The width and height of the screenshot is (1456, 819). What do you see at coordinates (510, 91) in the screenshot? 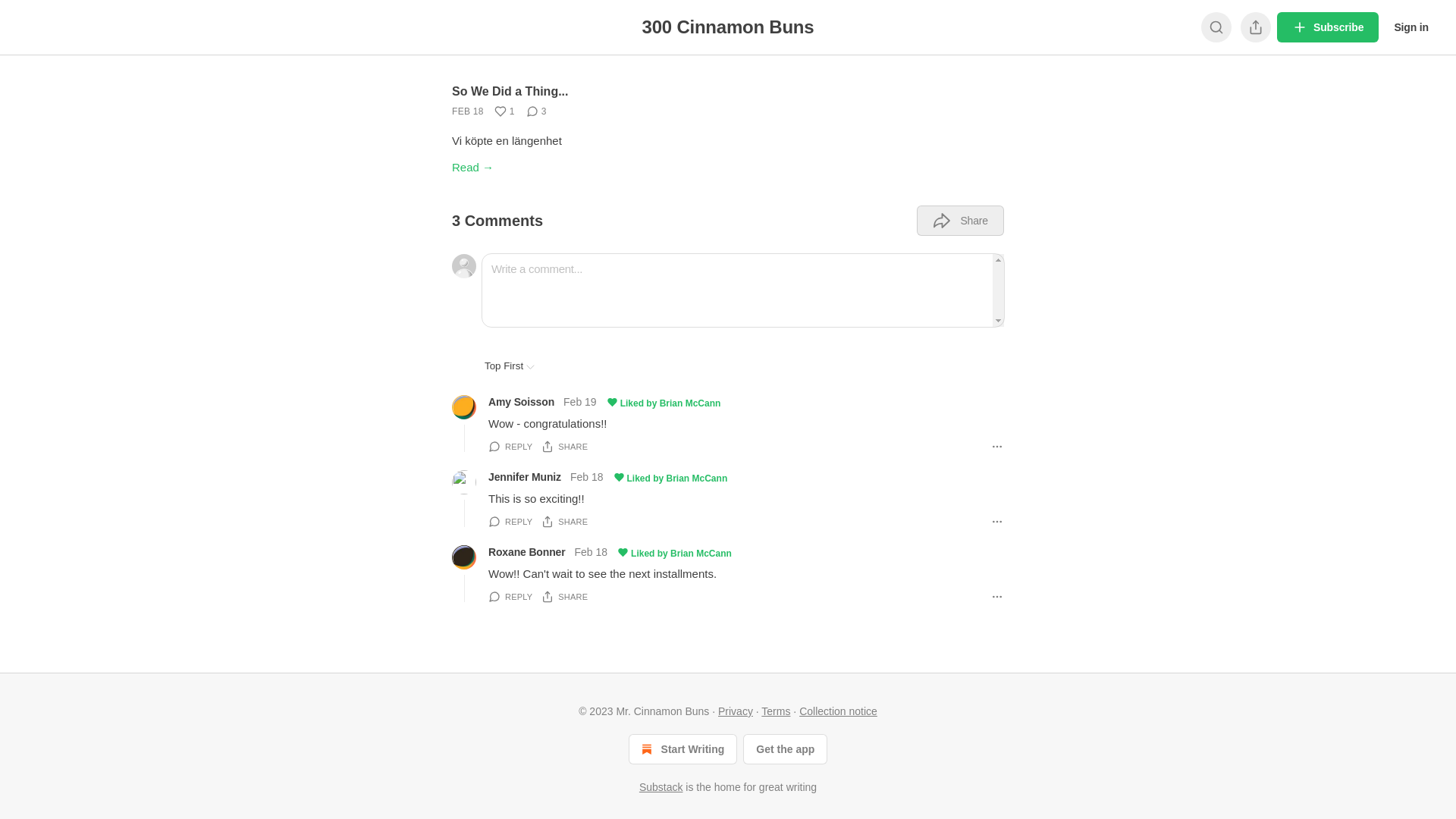
I see `'So We Did a Thing...'` at bounding box center [510, 91].